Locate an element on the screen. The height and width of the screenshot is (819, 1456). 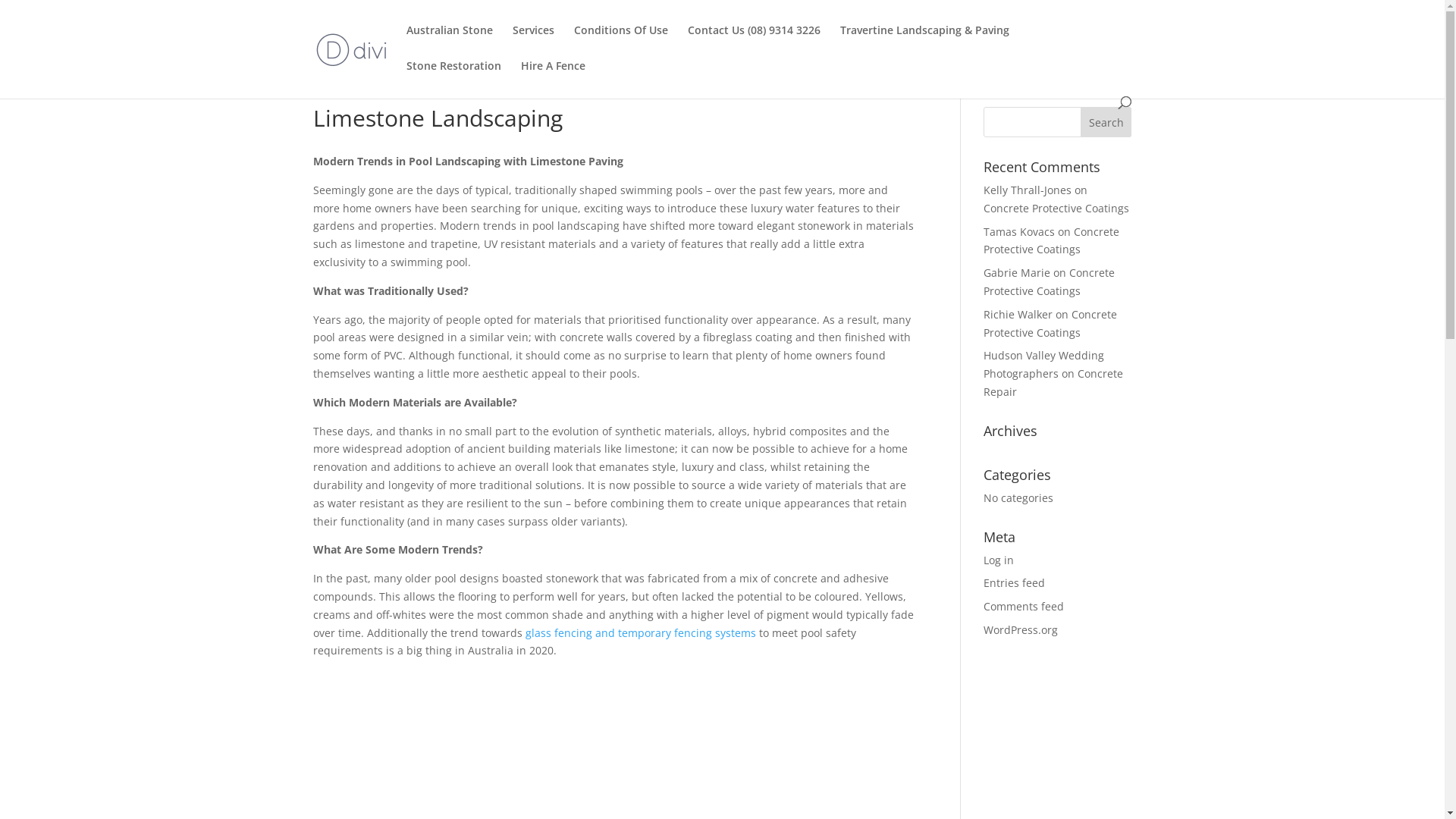
'glass fencing and temporary fencing systems' is located at coordinates (640, 632).